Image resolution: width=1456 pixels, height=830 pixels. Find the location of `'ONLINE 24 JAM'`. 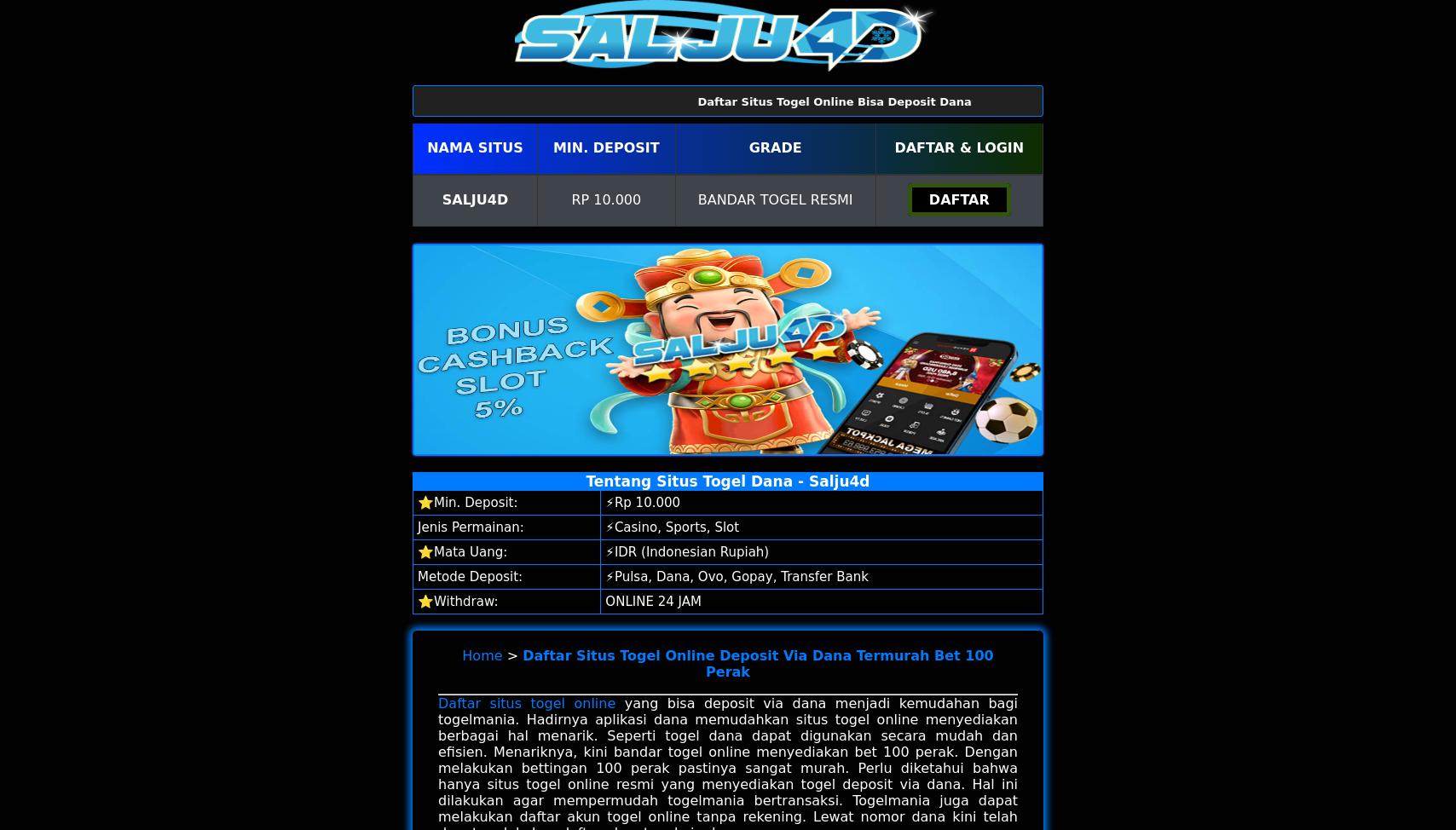

'ONLINE 24 JAM' is located at coordinates (653, 601).